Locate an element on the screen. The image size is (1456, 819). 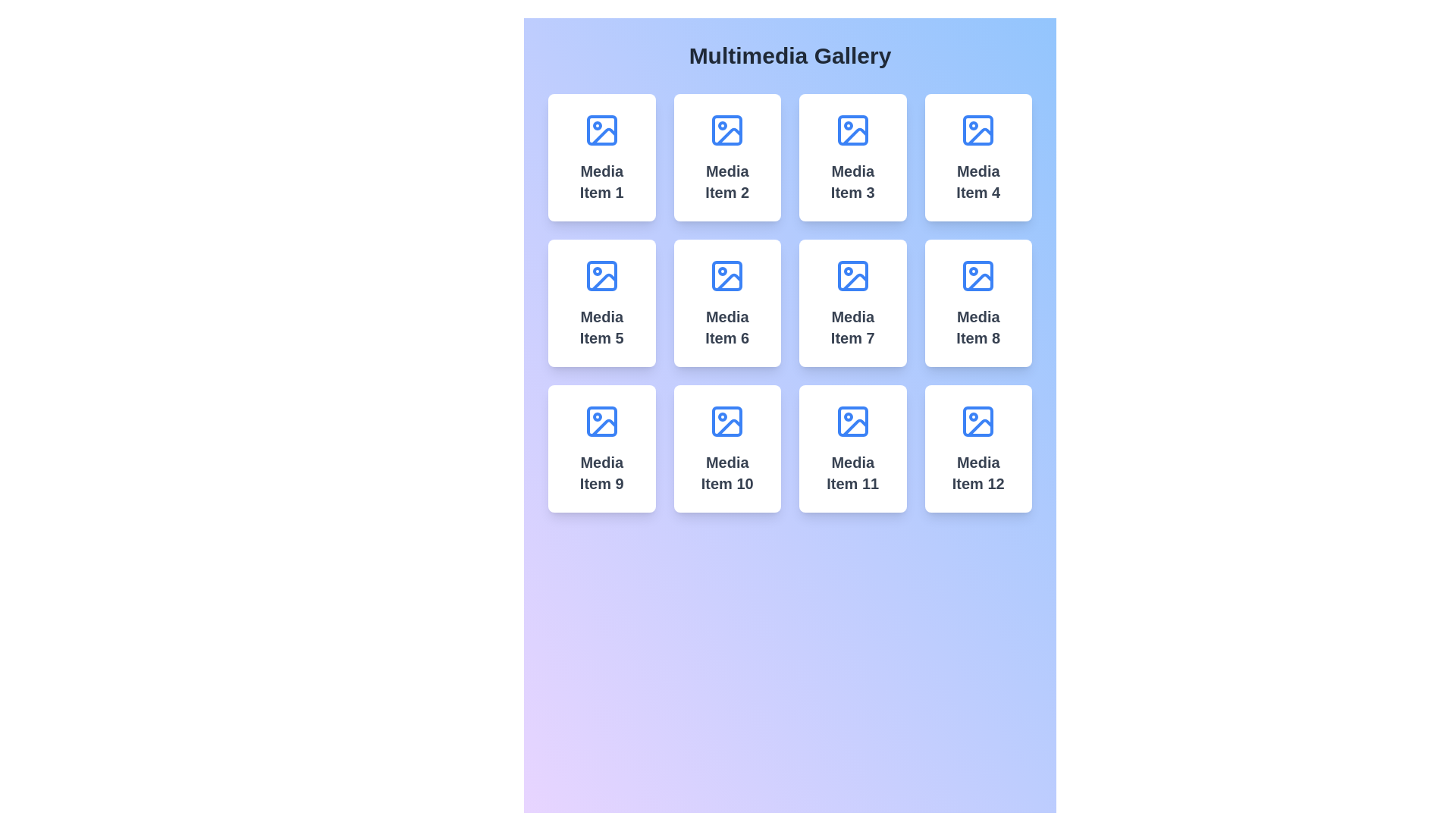
the text label that displays 'Media Item 1', which is styled in bold dark gray and is centrally aligned within the first tile of the grid layout is located at coordinates (601, 180).